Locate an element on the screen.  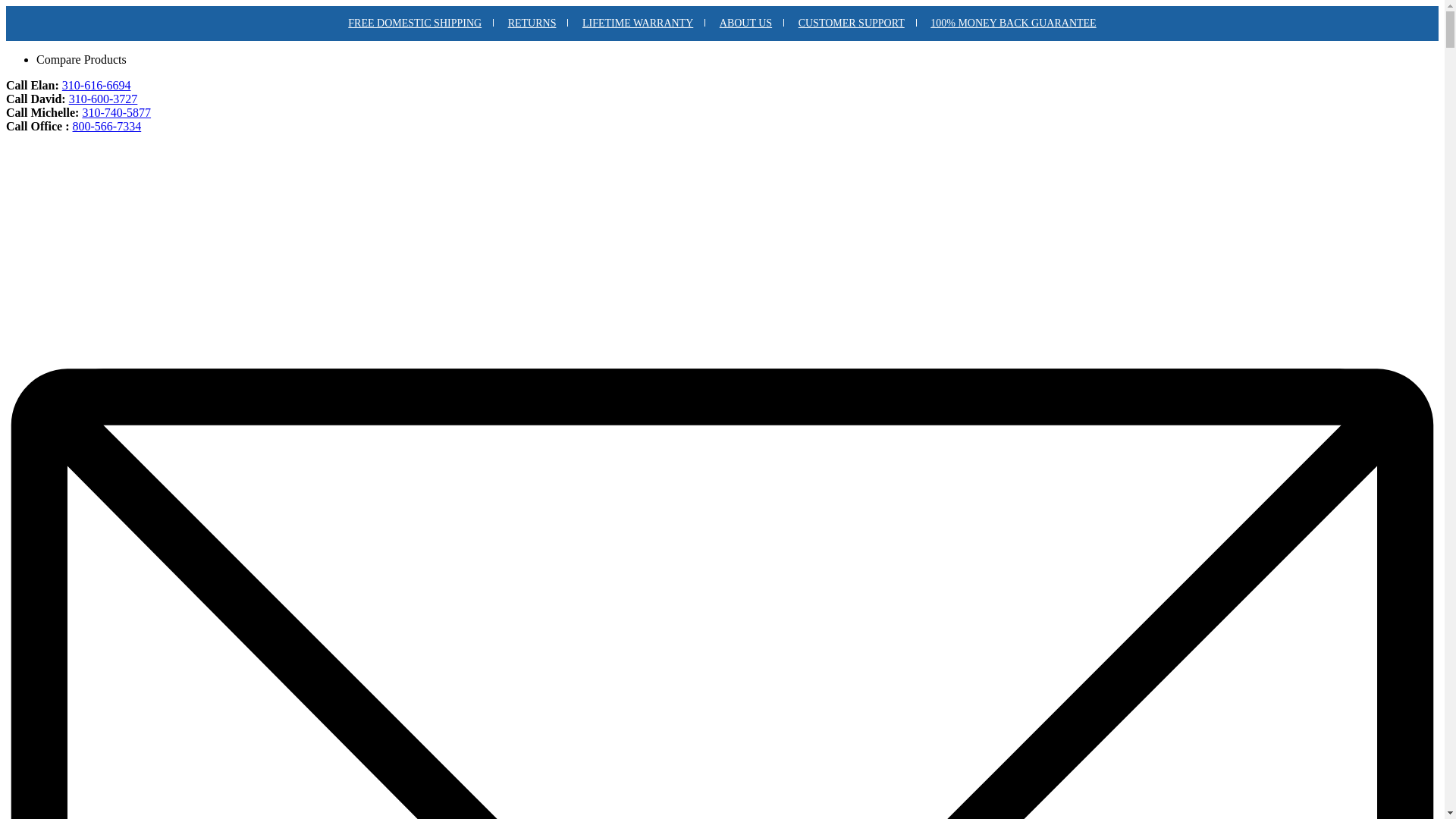
'FREE DOMESTIC SHIPPING' is located at coordinates (415, 23).